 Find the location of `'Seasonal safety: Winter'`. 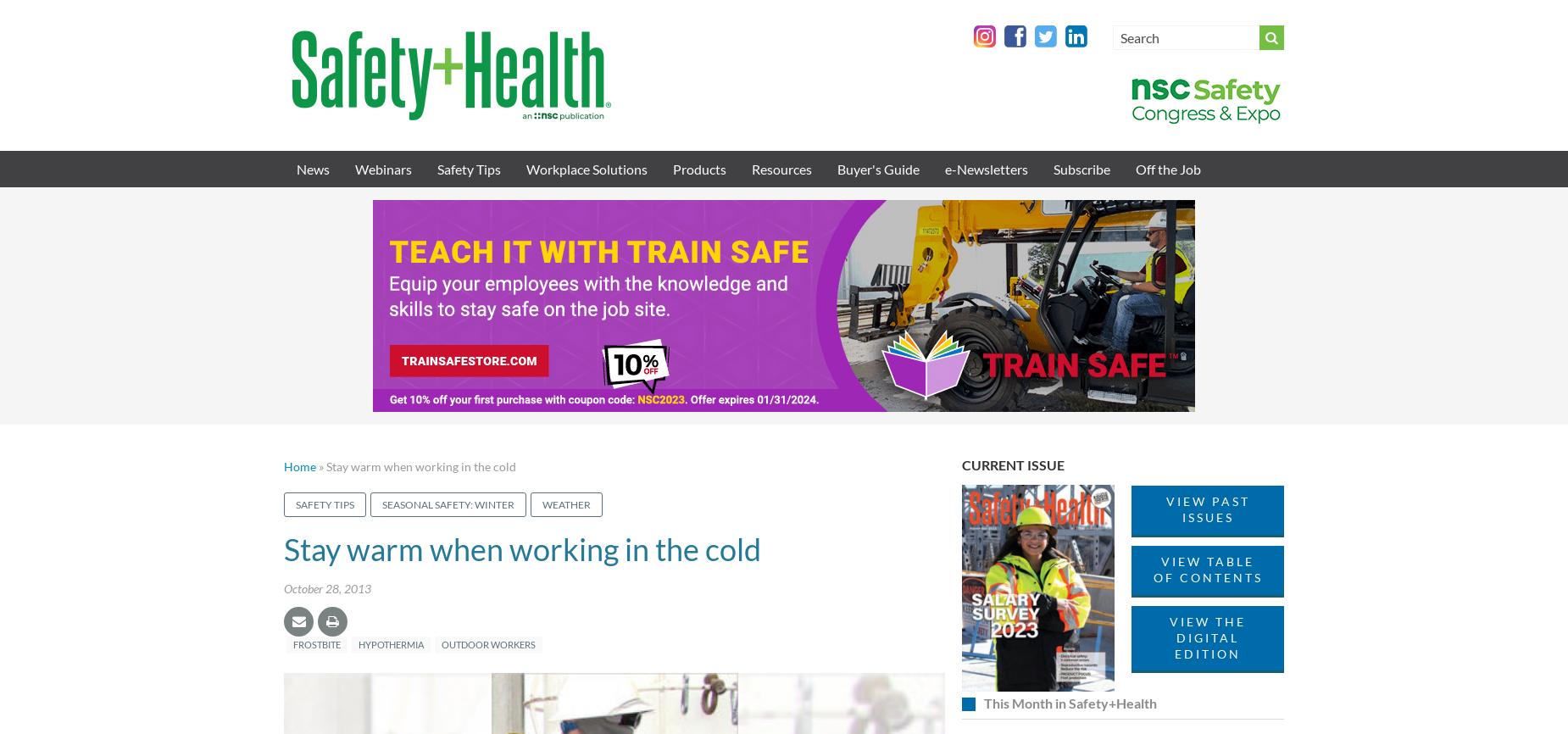

'Seasonal safety: Winter' is located at coordinates (448, 504).